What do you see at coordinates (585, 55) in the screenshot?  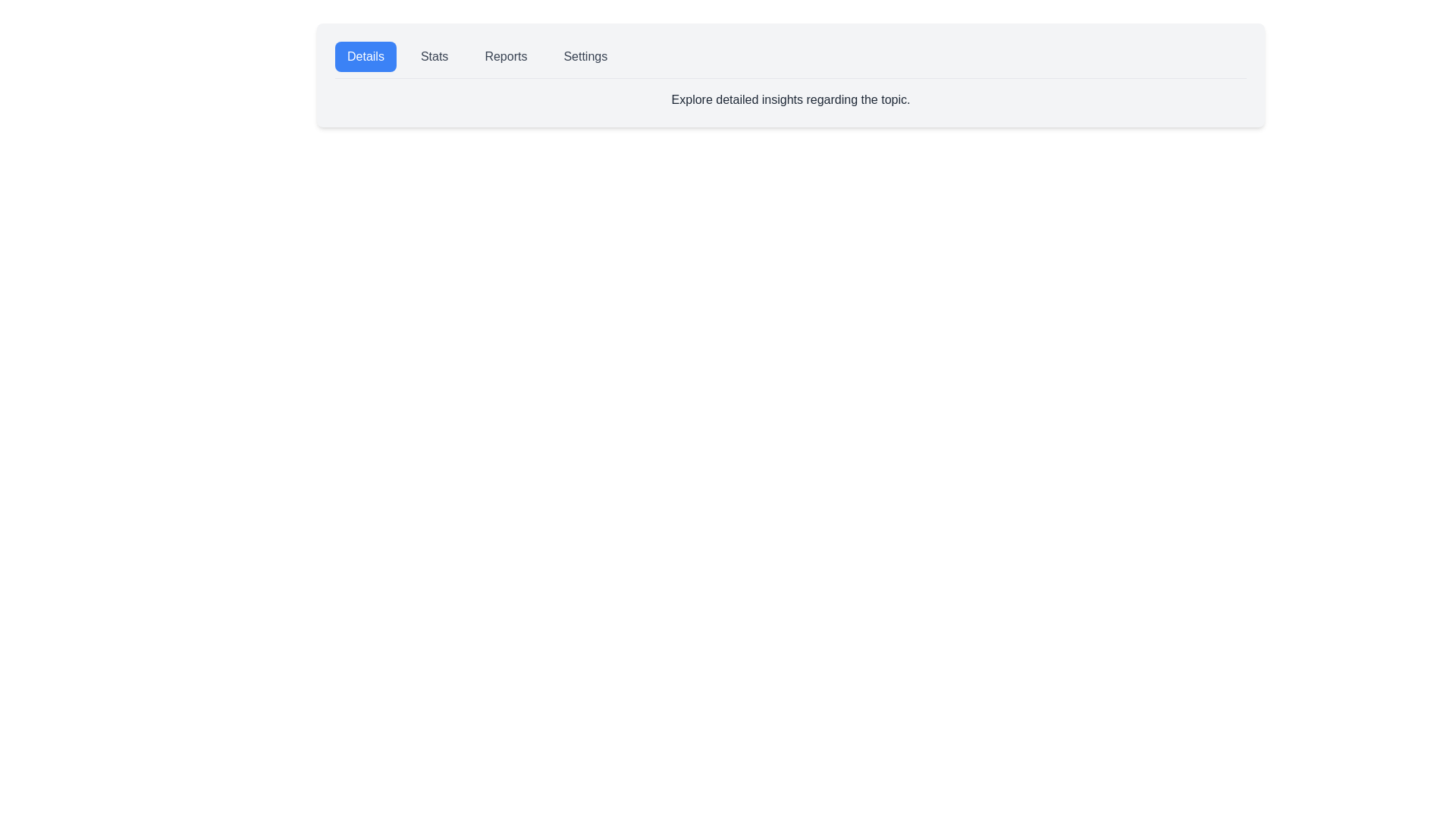 I see `the Settings tab` at bounding box center [585, 55].